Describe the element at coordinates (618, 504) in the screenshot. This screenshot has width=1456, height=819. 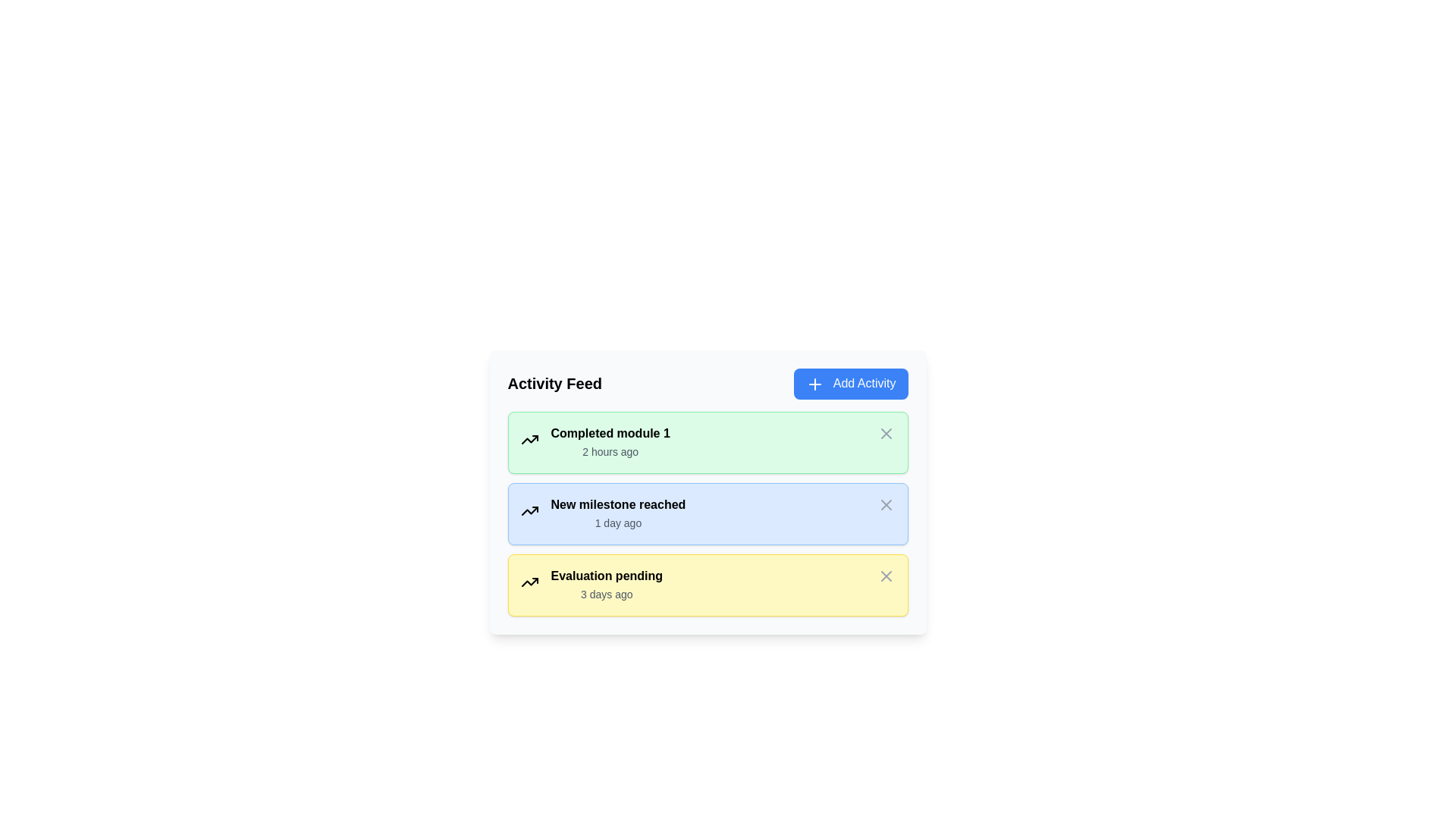
I see `text displayed in the bold font saying 'New milestone reached', which is located in the second item of an activity feed, positioned below 'Completed module 1' and above 'Evaluation pending'` at that location.